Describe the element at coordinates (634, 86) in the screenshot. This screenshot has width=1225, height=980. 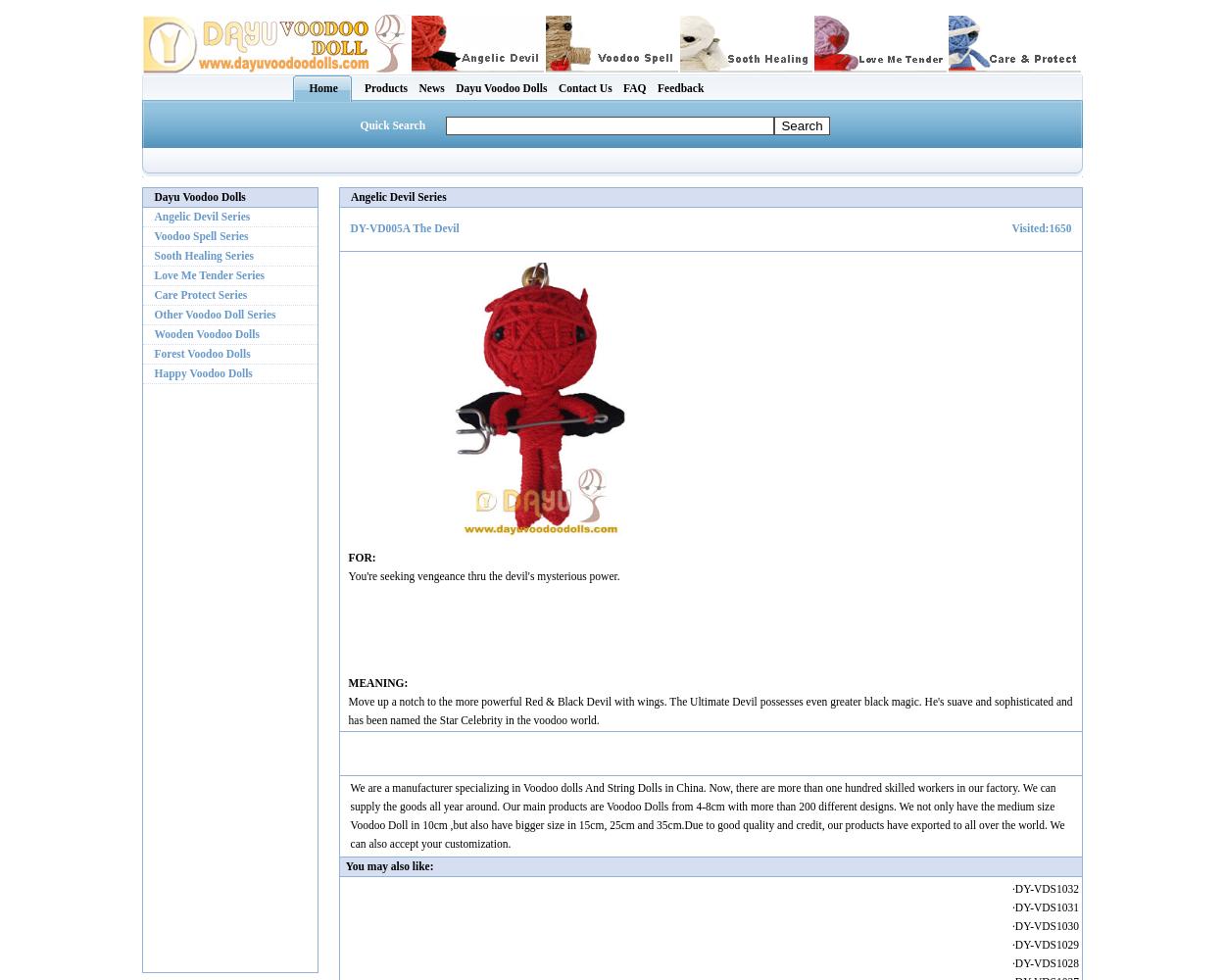
I see `'FAQ'` at that location.